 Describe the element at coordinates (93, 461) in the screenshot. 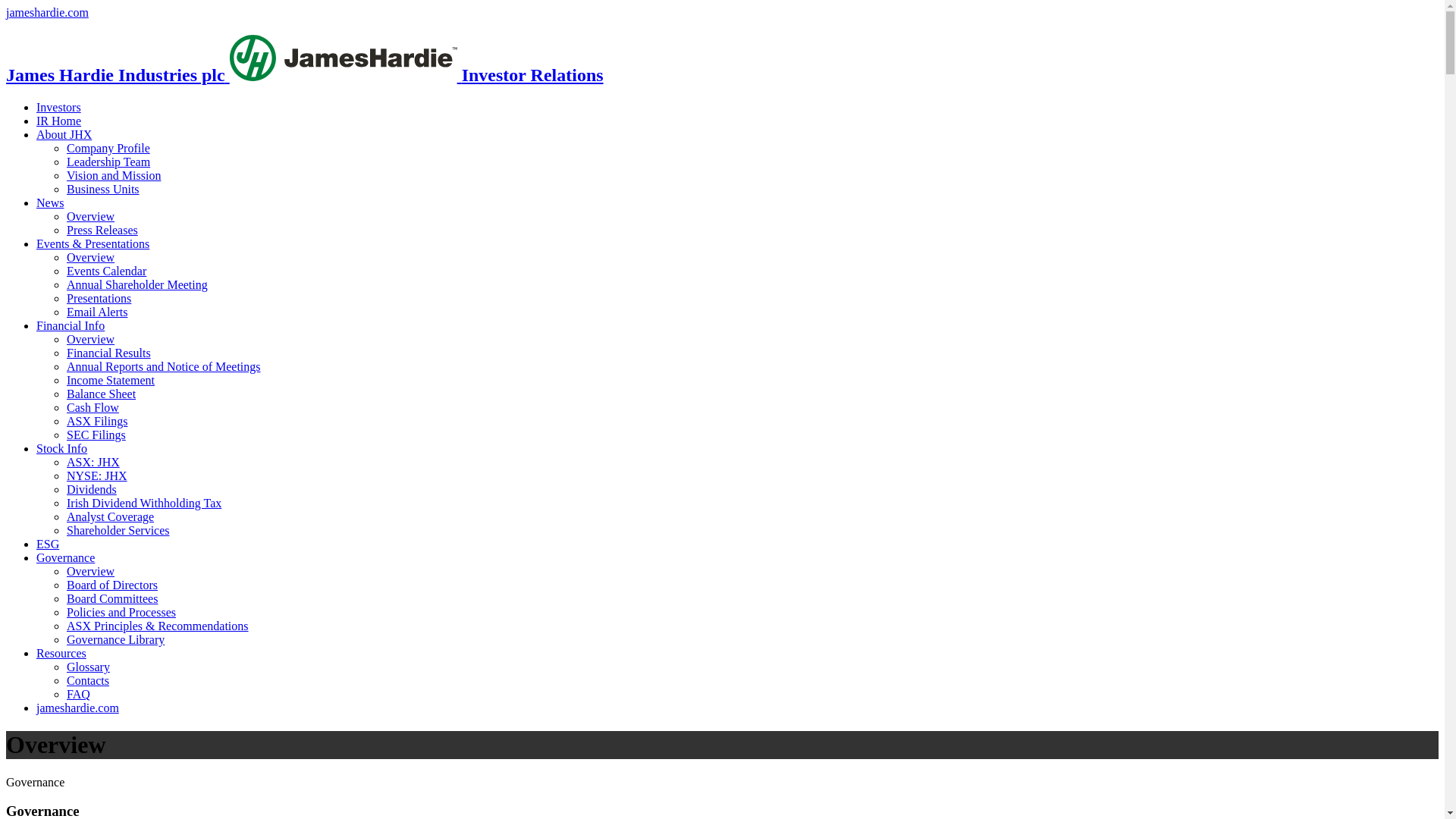

I see `'ASX: JHX'` at that location.